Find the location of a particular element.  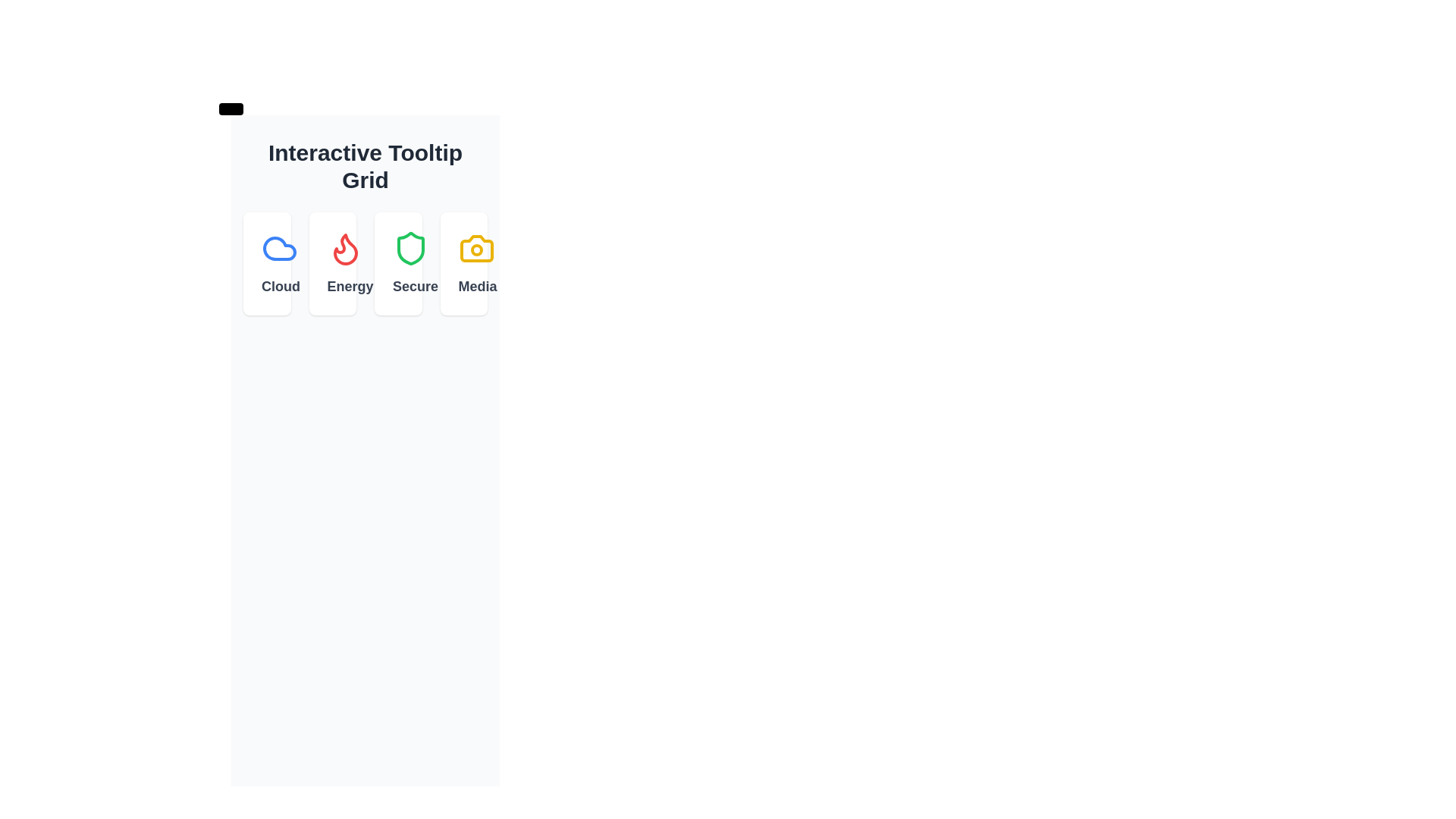

the background outline of the camera icon located in the 'Media' option, which is the fourth icon in the grid of four icons is located at coordinates (475, 247).